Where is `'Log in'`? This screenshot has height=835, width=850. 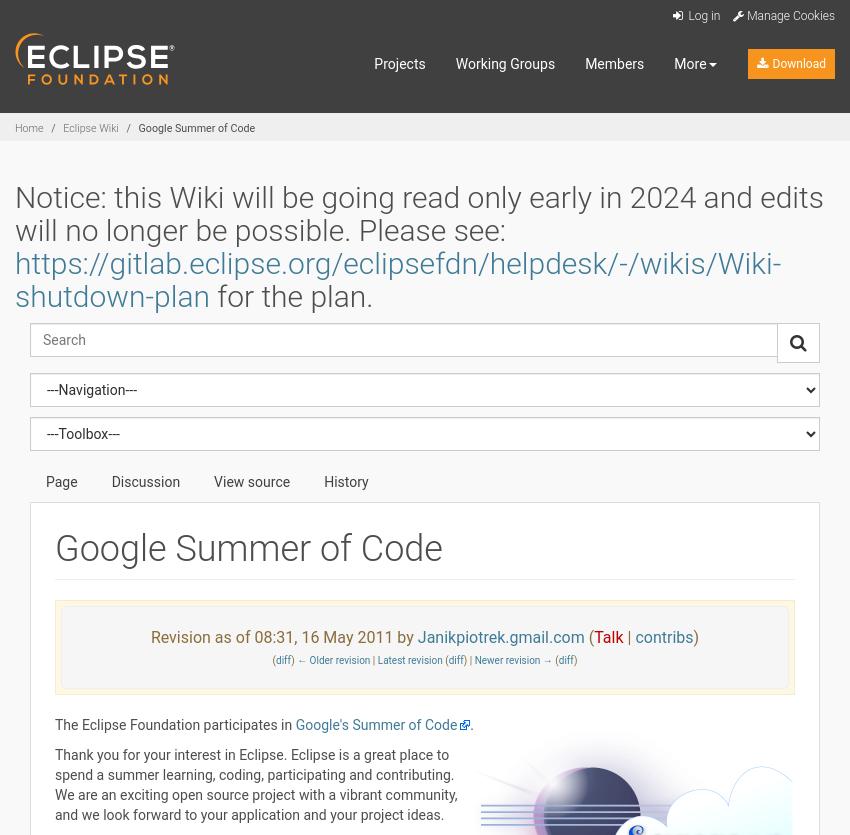
'Log in' is located at coordinates (701, 16).